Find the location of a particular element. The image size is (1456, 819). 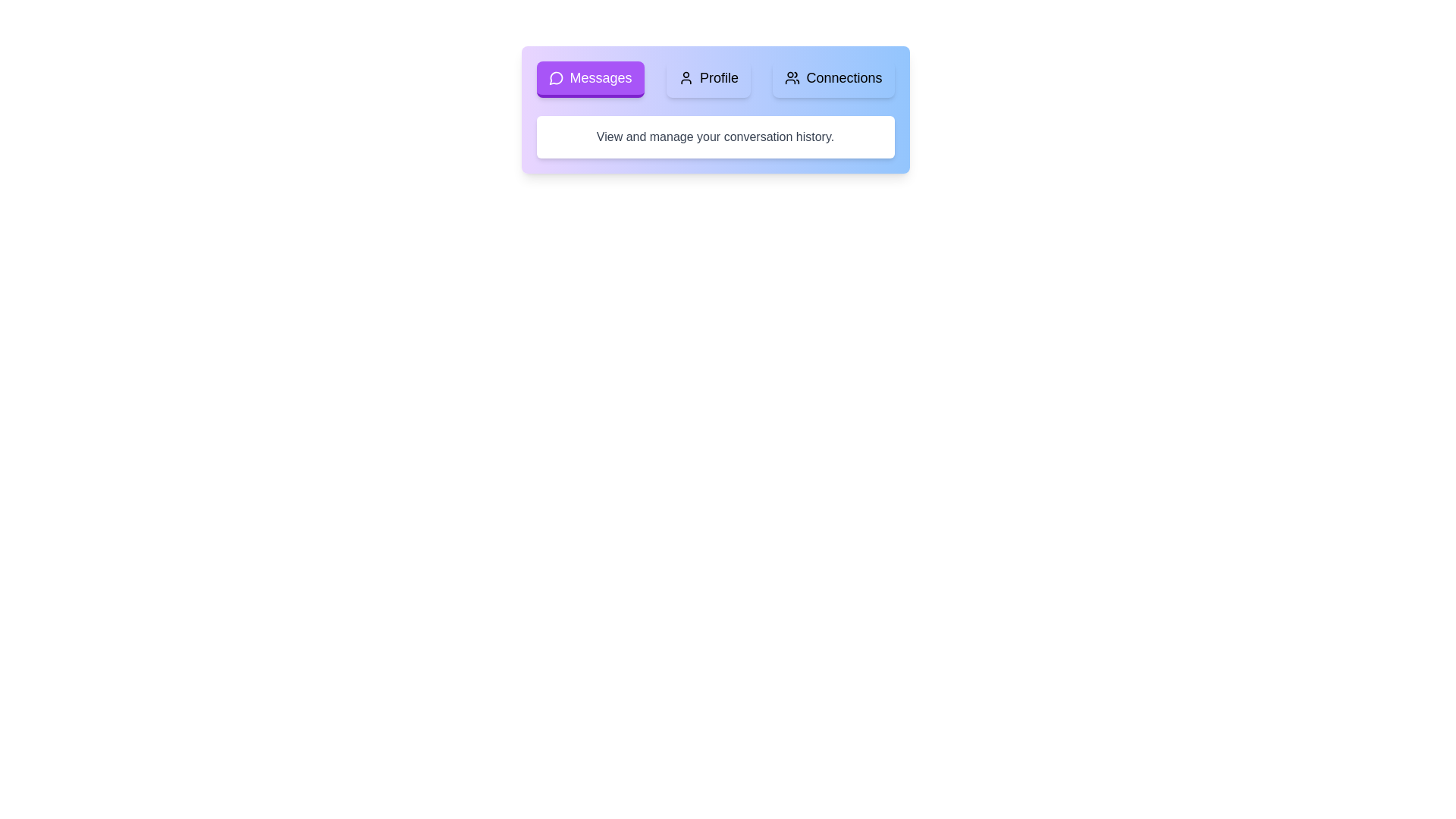

the leftmost navigation button is located at coordinates (589, 79).